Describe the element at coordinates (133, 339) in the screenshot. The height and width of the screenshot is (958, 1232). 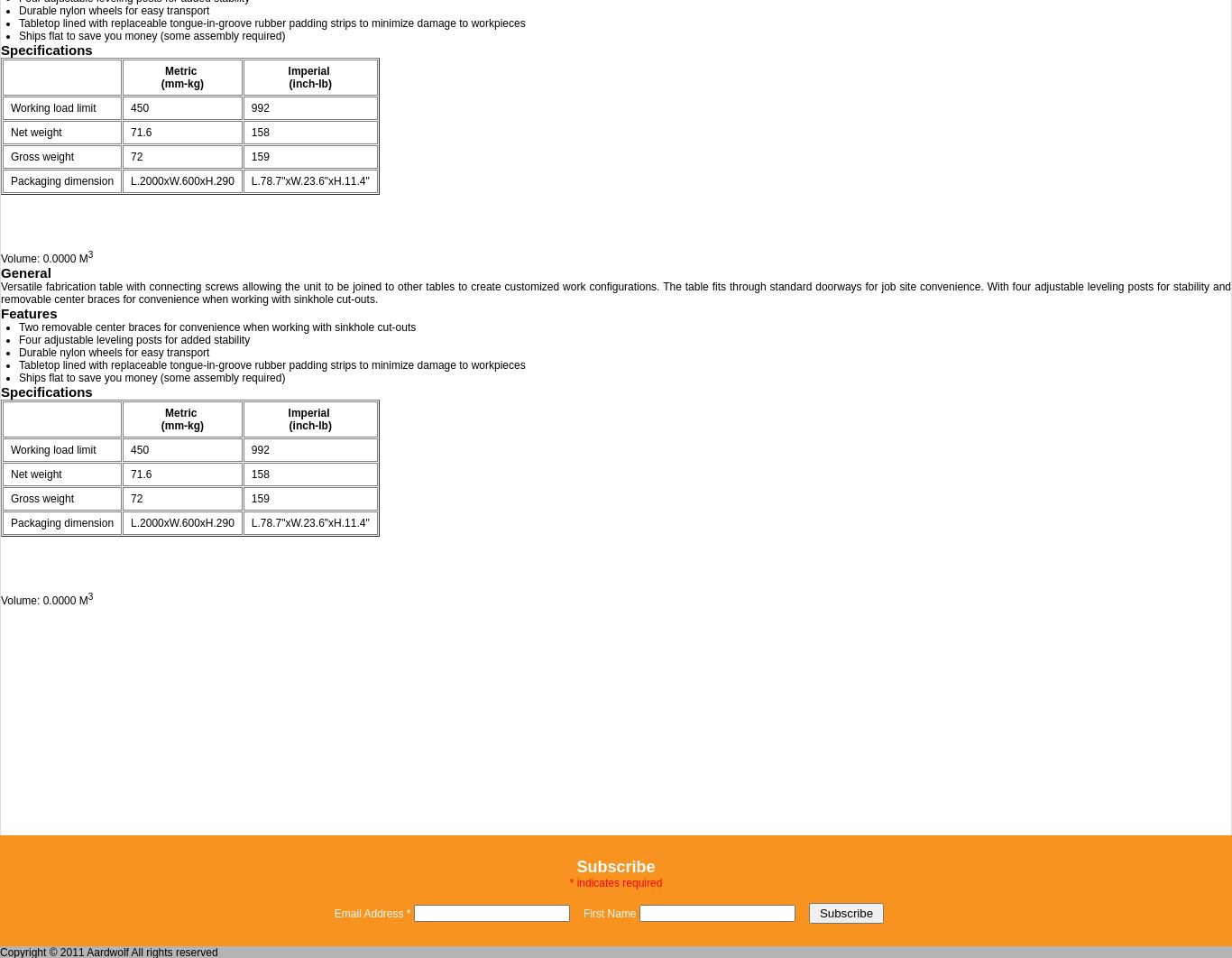
I see `'Four adjustable leveling posts for added stability'` at that location.